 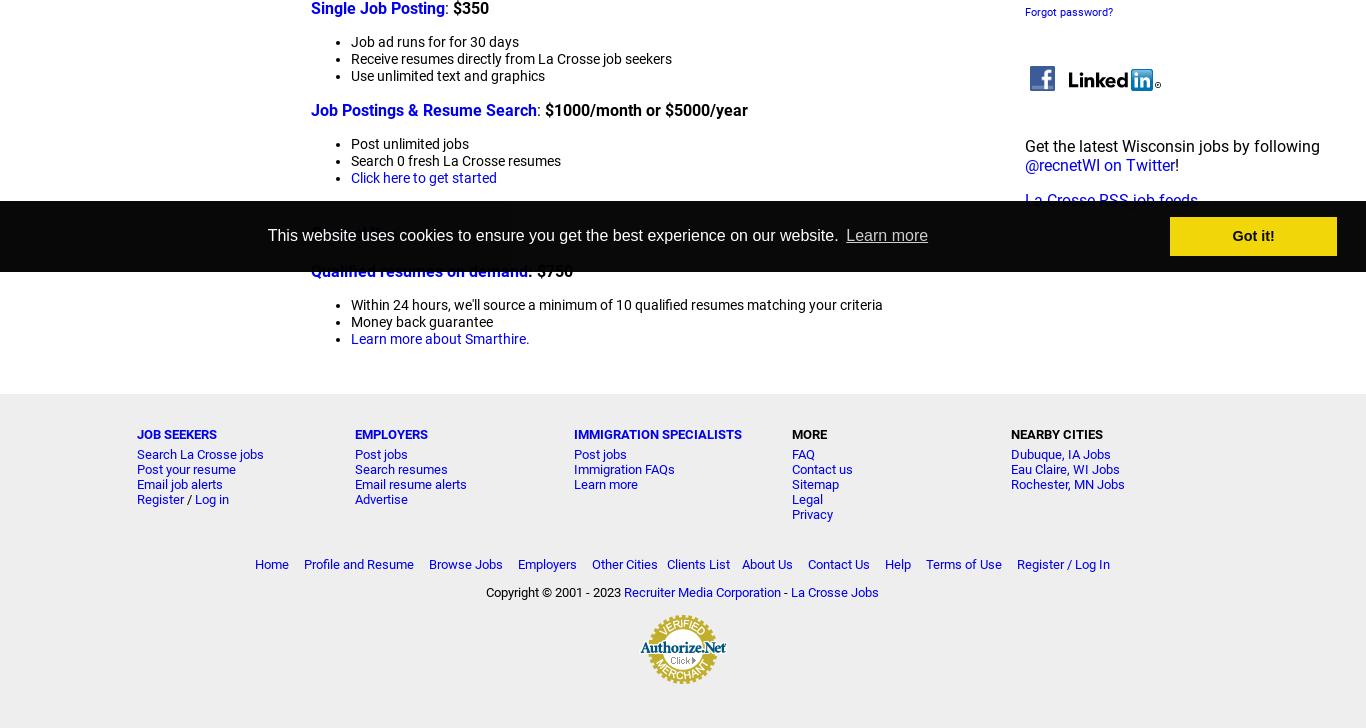 I want to click on 'Other Cities', so click(x=591, y=564).